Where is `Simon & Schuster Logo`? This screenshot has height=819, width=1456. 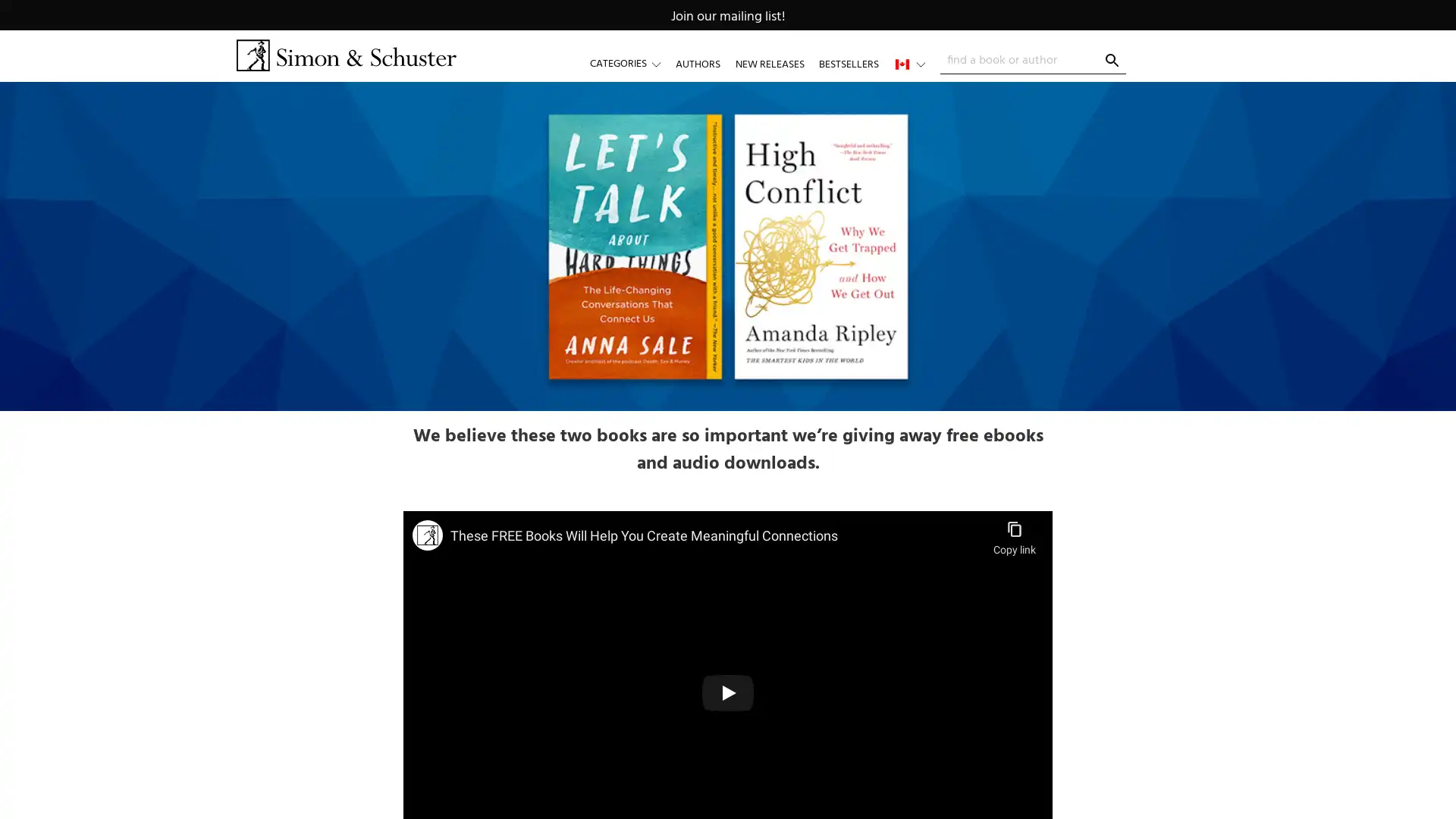 Simon & Schuster Logo is located at coordinates (345, 55).